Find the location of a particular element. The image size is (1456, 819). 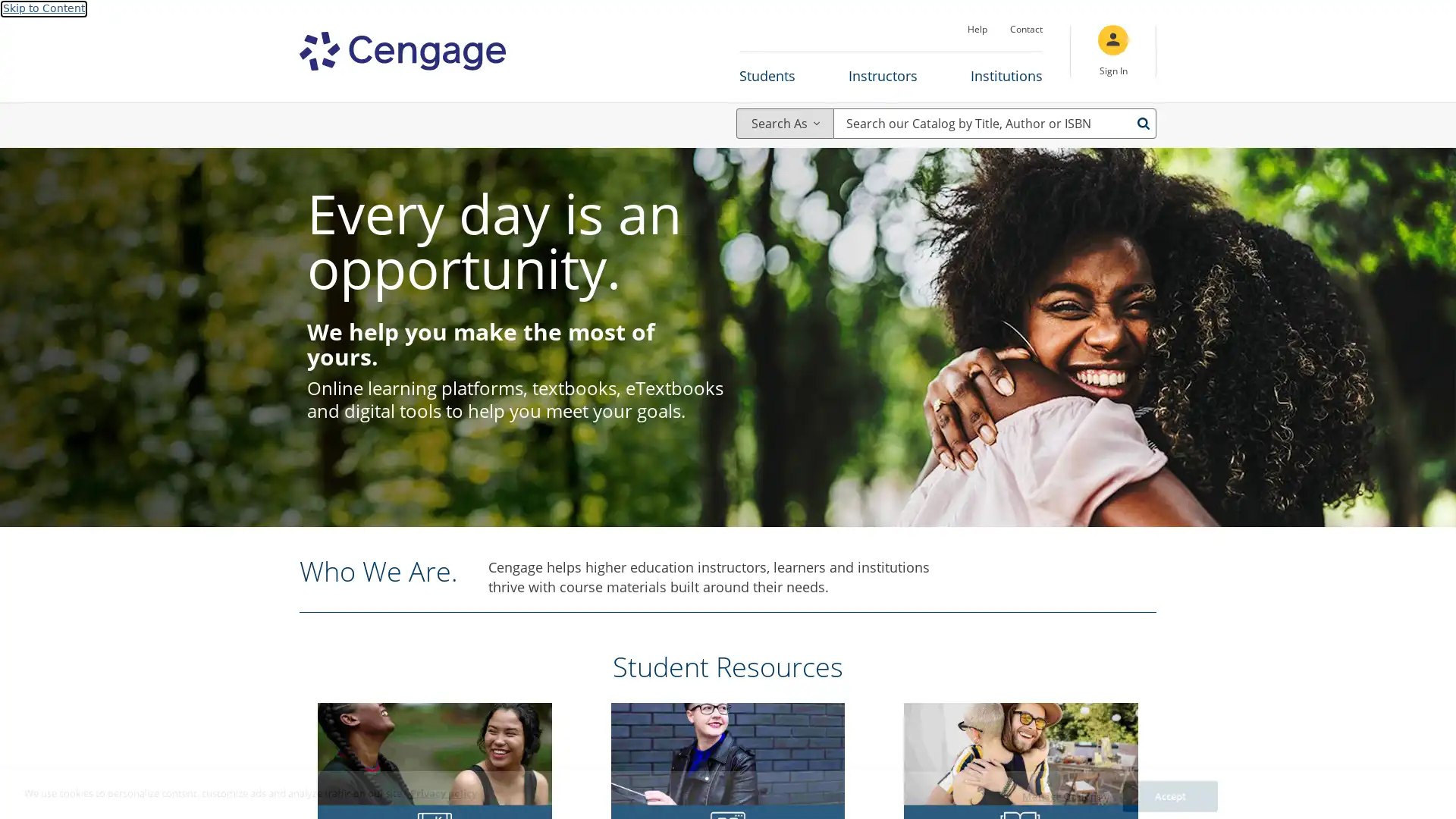

Search As is located at coordinates (785, 127).